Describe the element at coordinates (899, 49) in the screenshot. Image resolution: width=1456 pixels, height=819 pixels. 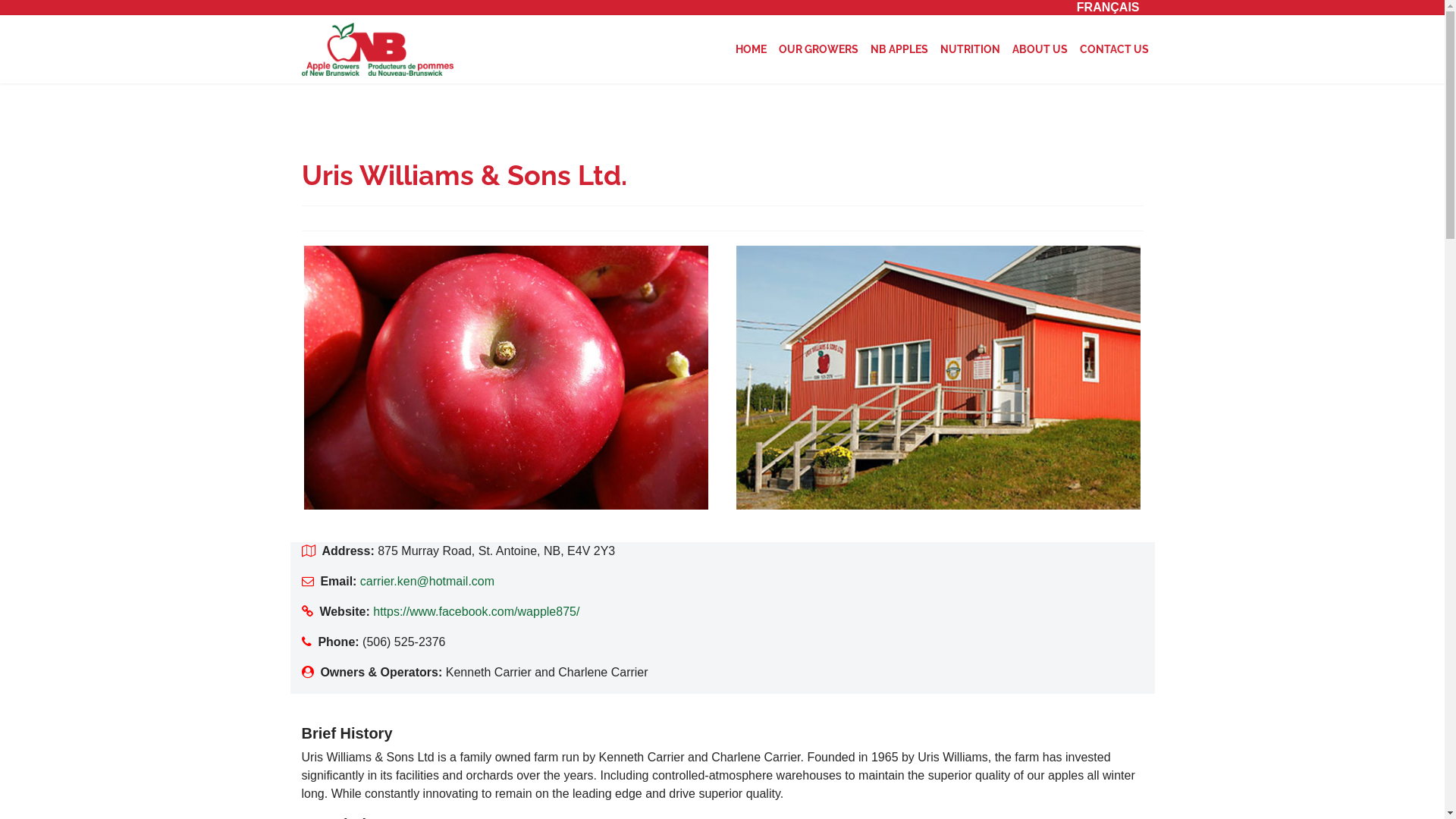
I see `'NB APPLES'` at that location.